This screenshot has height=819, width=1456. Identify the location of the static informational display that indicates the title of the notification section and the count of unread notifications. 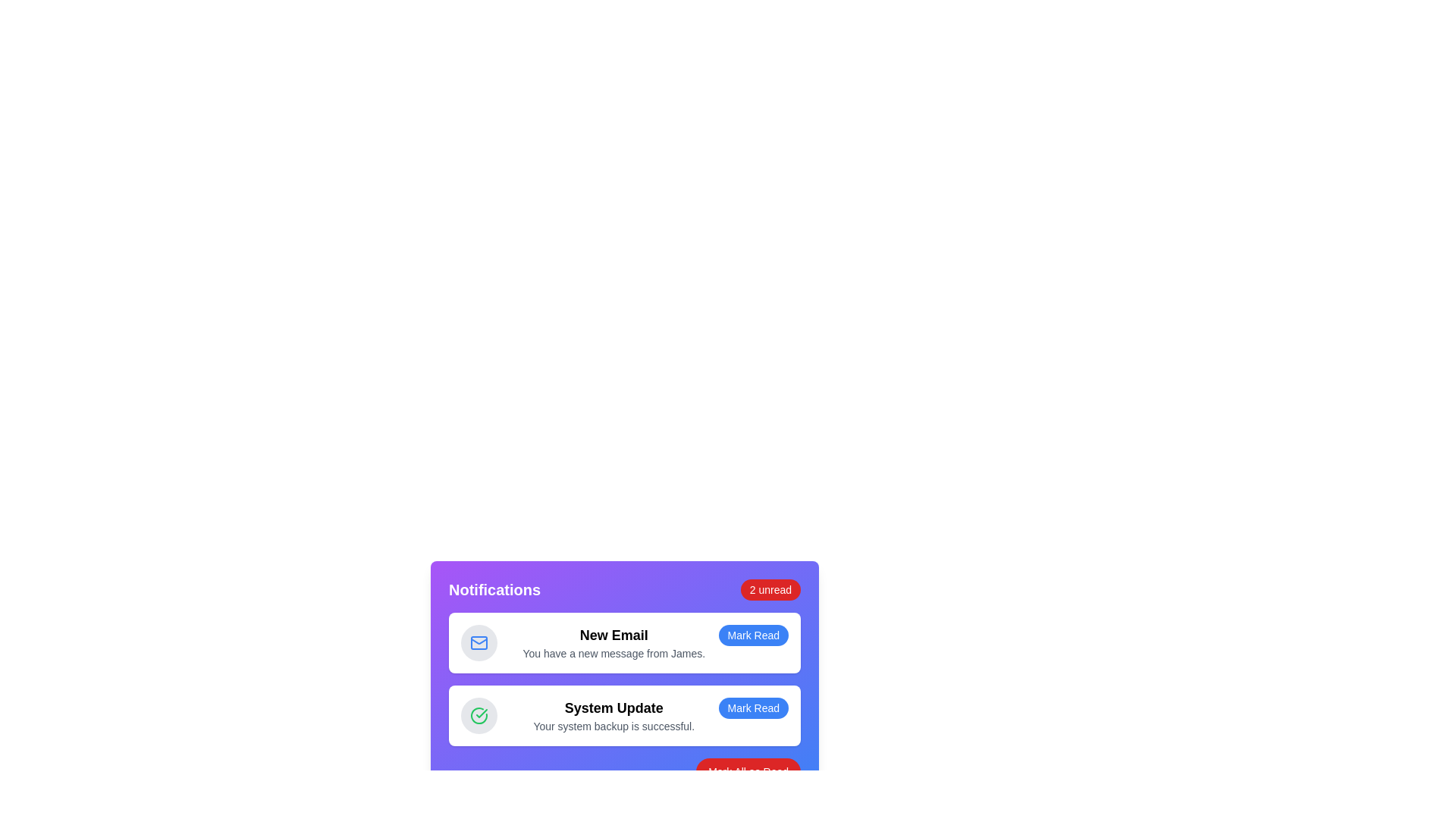
(625, 589).